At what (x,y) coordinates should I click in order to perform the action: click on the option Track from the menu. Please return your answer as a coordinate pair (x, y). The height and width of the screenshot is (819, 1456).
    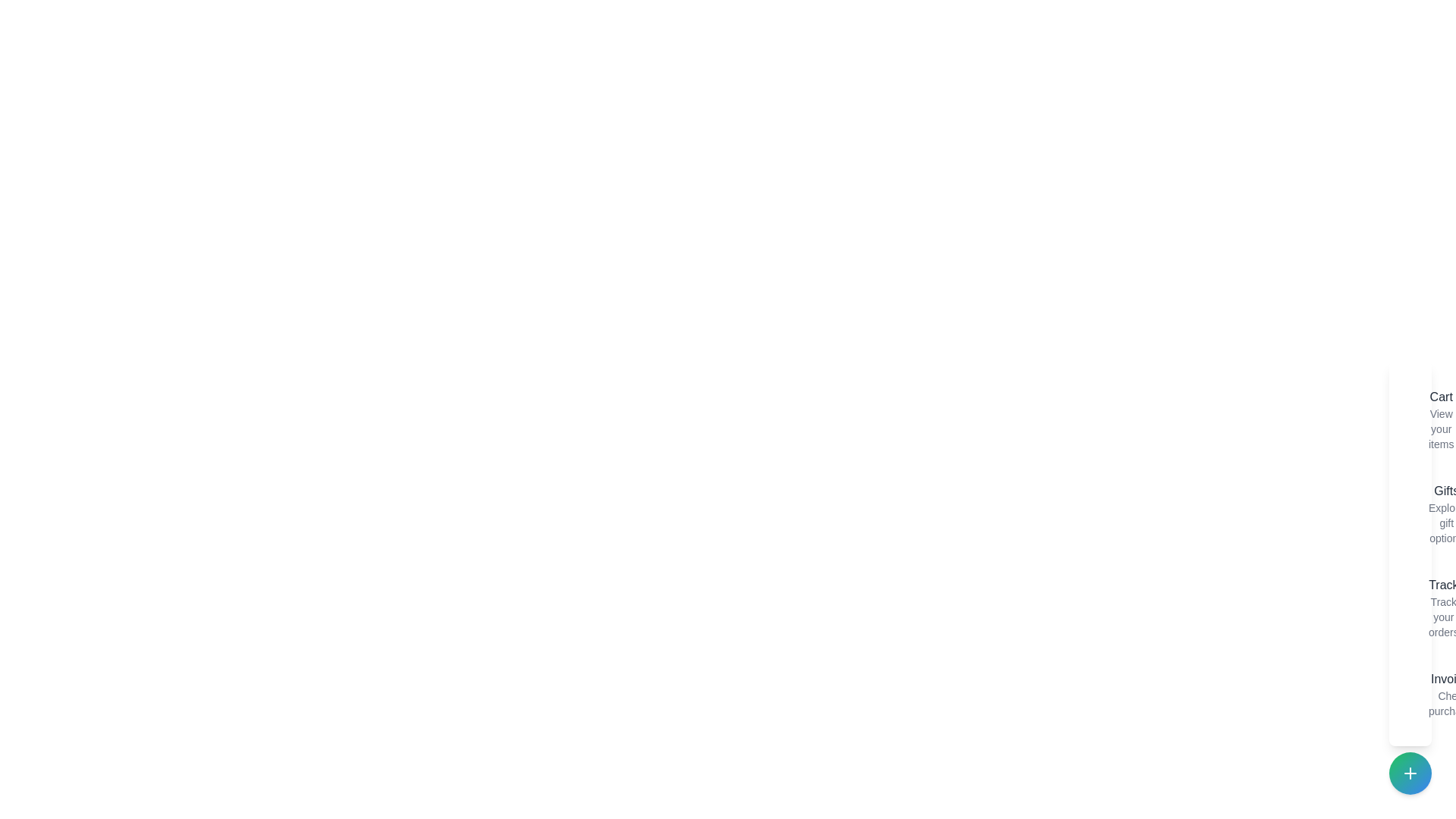
    Looking at the image, I should click on (1415, 607).